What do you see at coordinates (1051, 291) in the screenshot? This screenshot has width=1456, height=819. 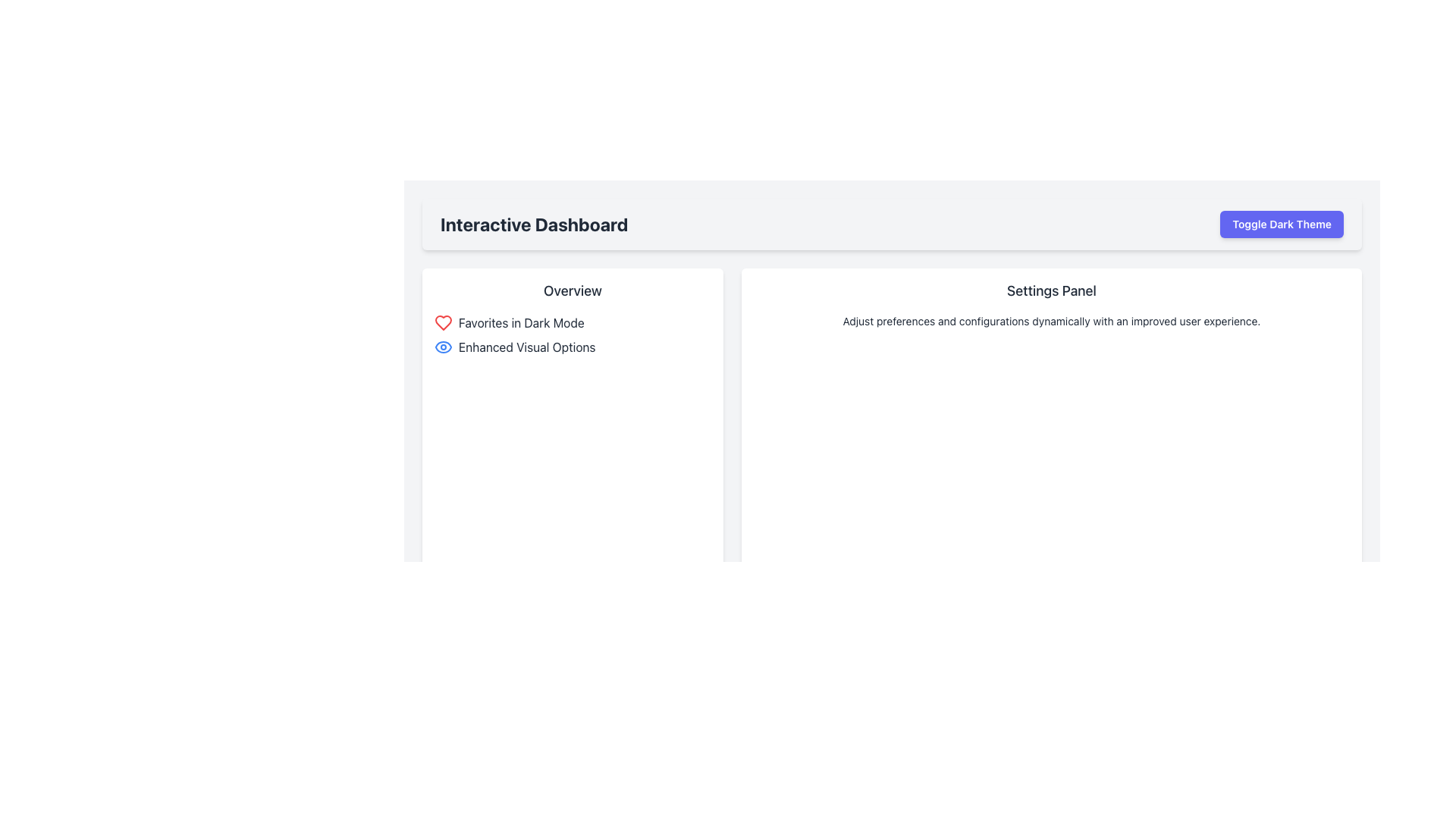 I see `the Header or Label element located at the top-center of the right-hand section, which indicates the purpose of the content below` at bounding box center [1051, 291].